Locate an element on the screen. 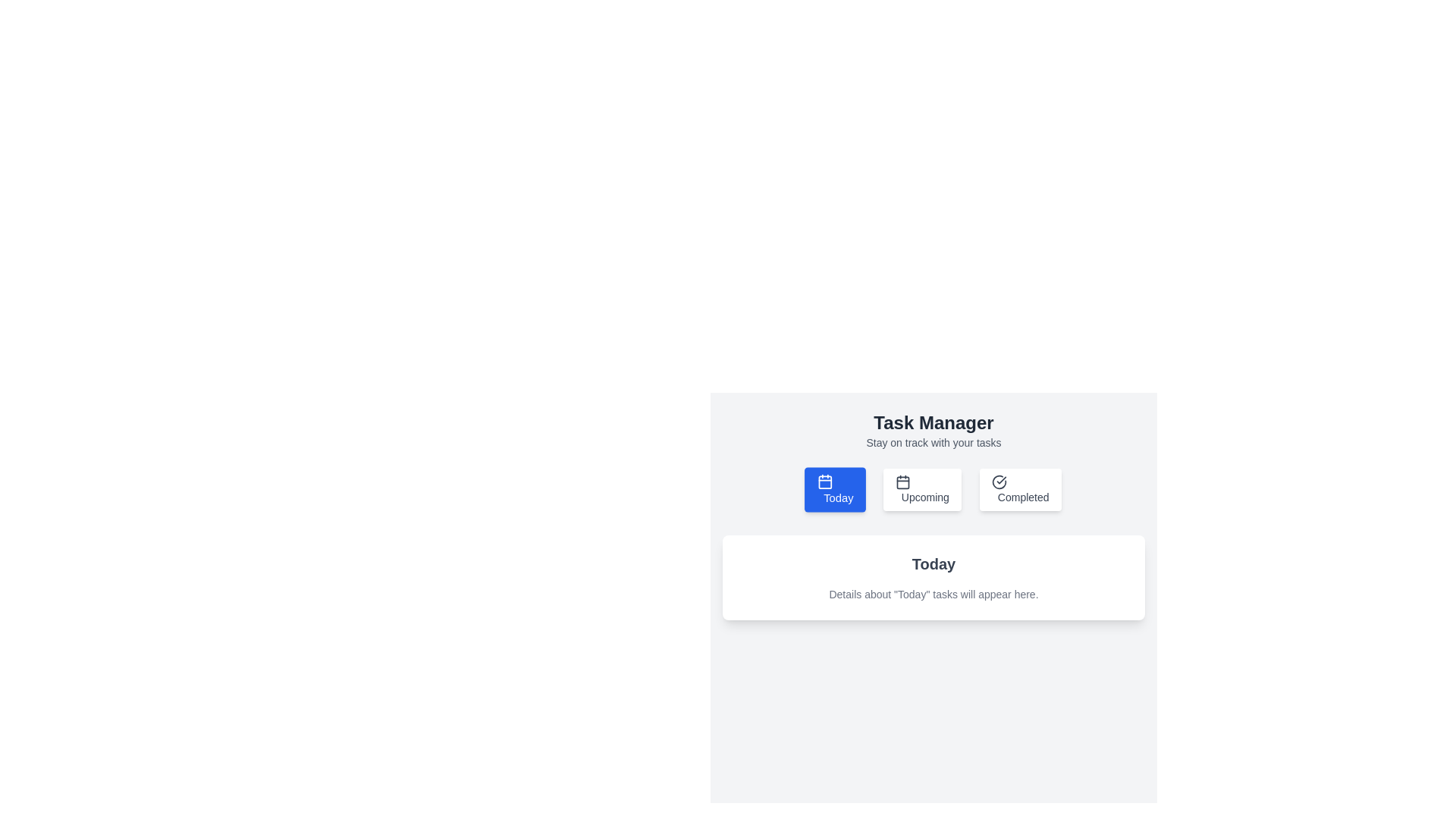 The width and height of the screenshot is (1456, 819). text label that serves as the title for the section indicating 'Today', located at the center-bottom of the interface within a card-like structure is located at coordinates (933, 564).